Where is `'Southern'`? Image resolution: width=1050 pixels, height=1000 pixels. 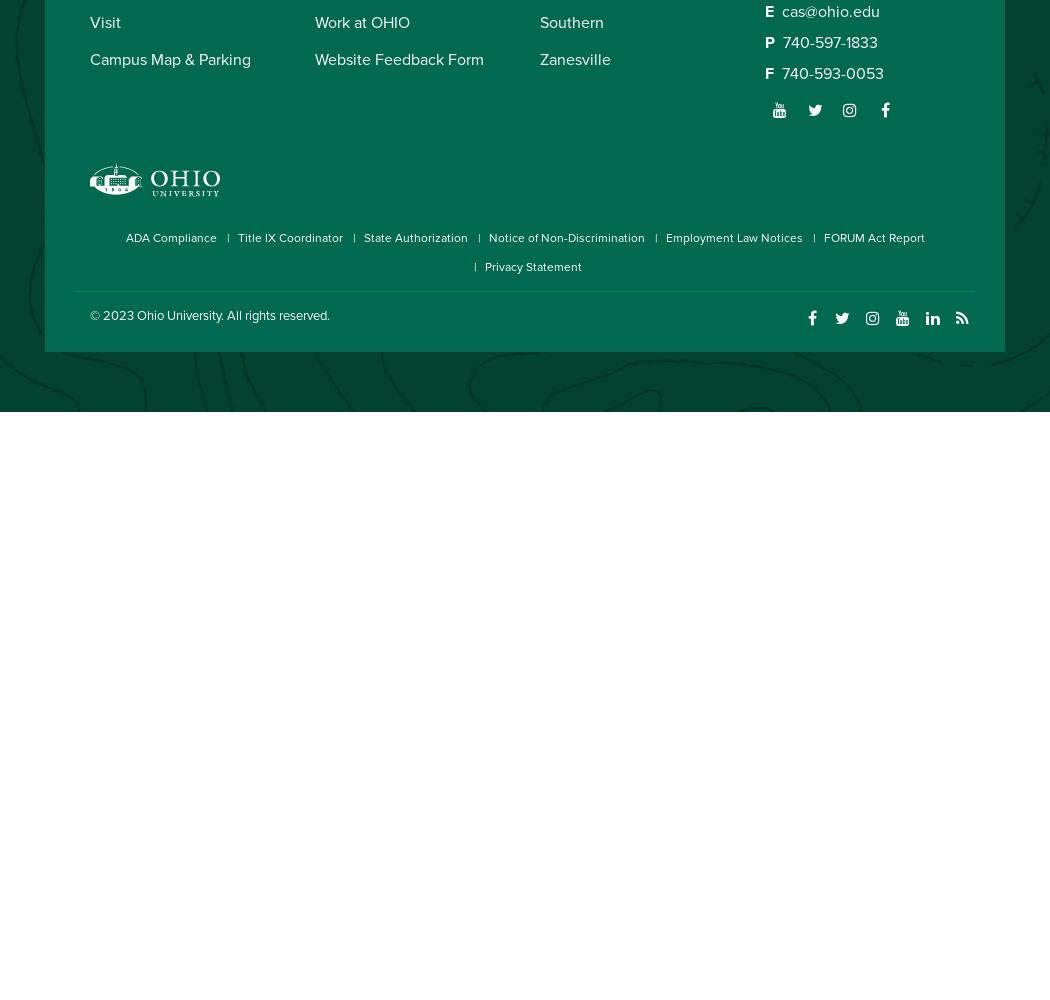 'Southern' is located at coordinates (540, 22).